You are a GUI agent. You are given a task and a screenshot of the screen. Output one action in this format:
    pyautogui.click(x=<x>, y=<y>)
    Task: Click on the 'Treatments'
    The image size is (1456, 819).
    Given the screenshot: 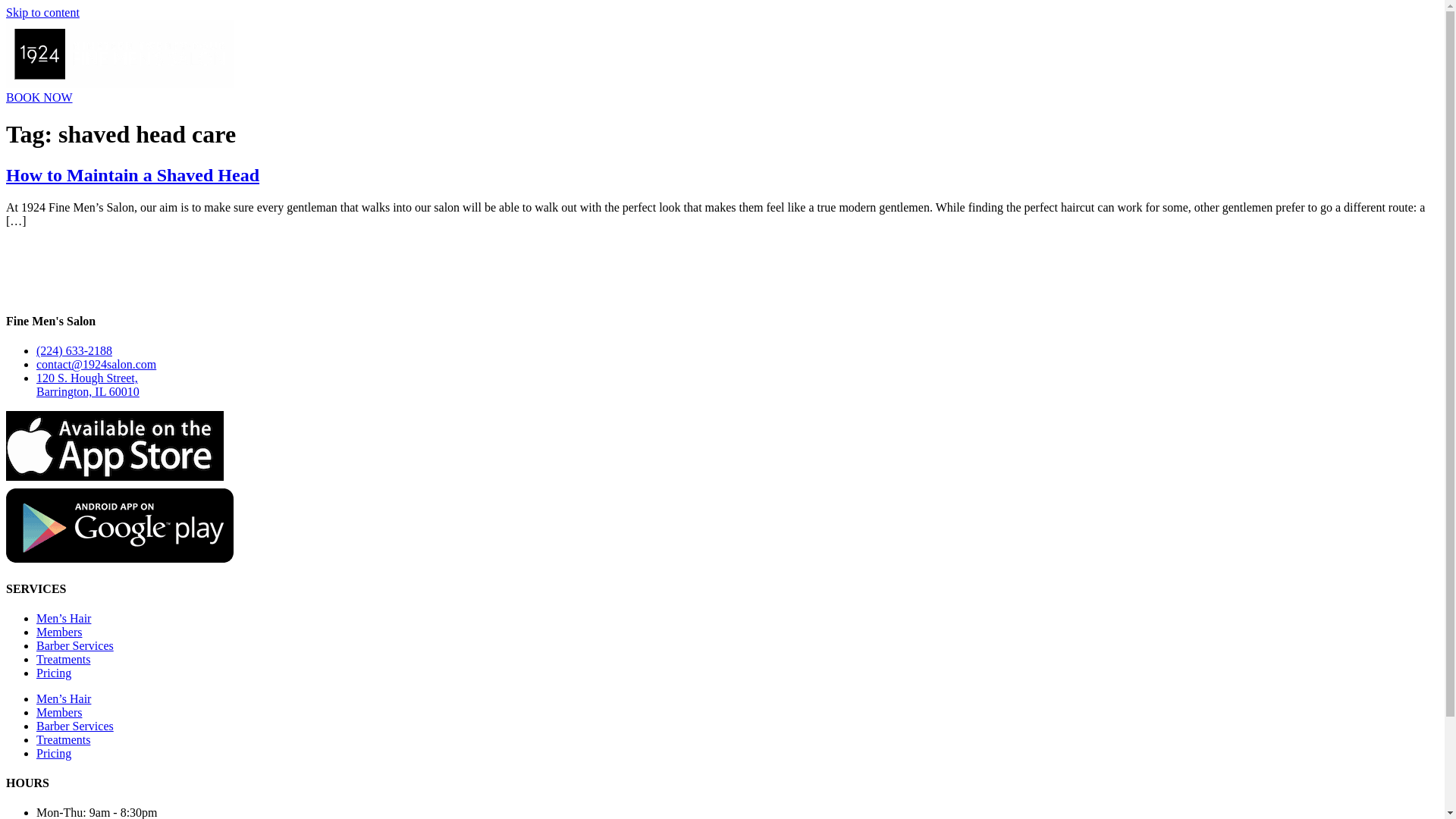 What is the action you would take?
    pyautogui.click(x=36, y=658)
    